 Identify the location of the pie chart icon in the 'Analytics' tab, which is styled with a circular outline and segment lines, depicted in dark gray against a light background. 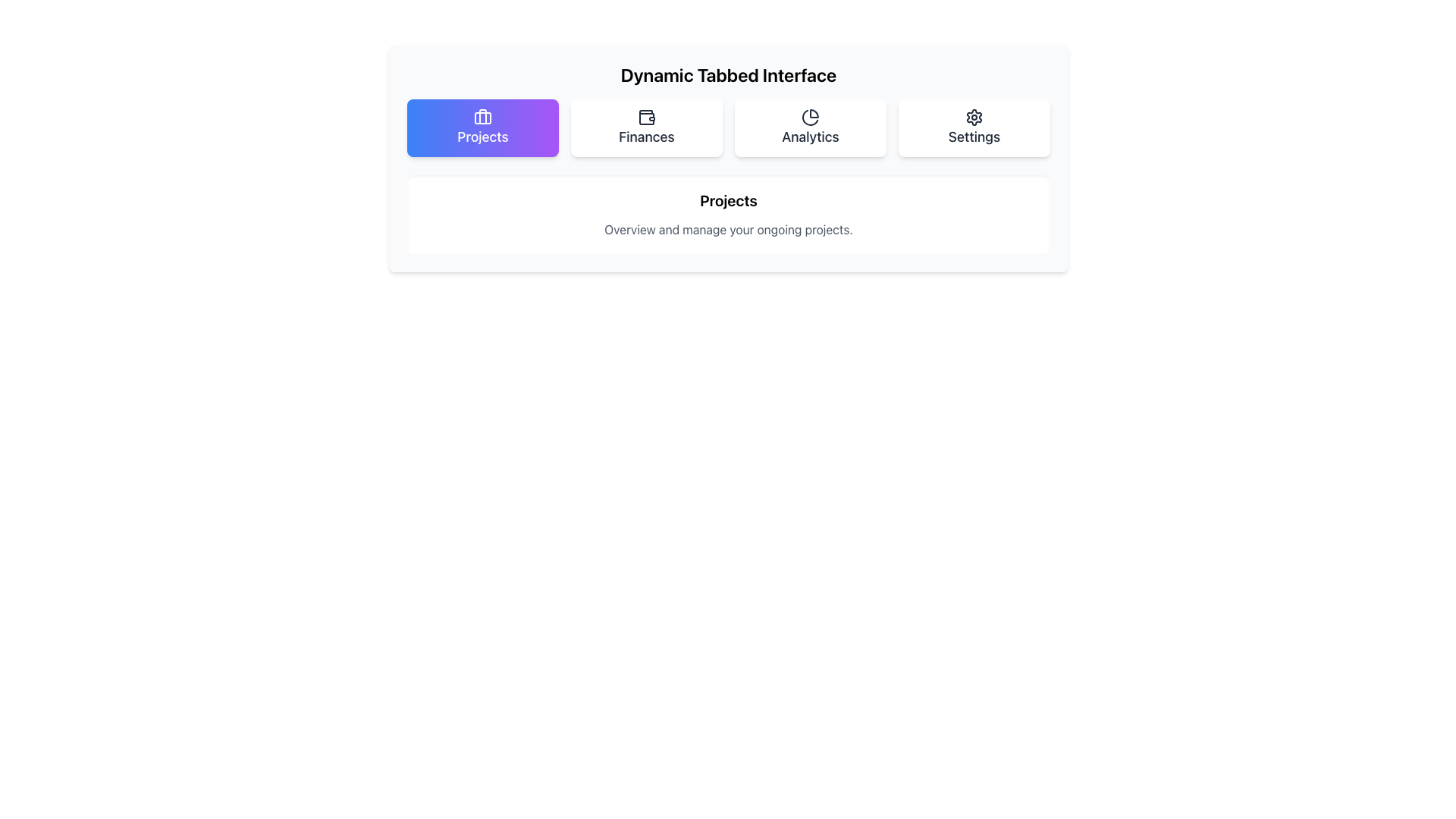
(810, 116).